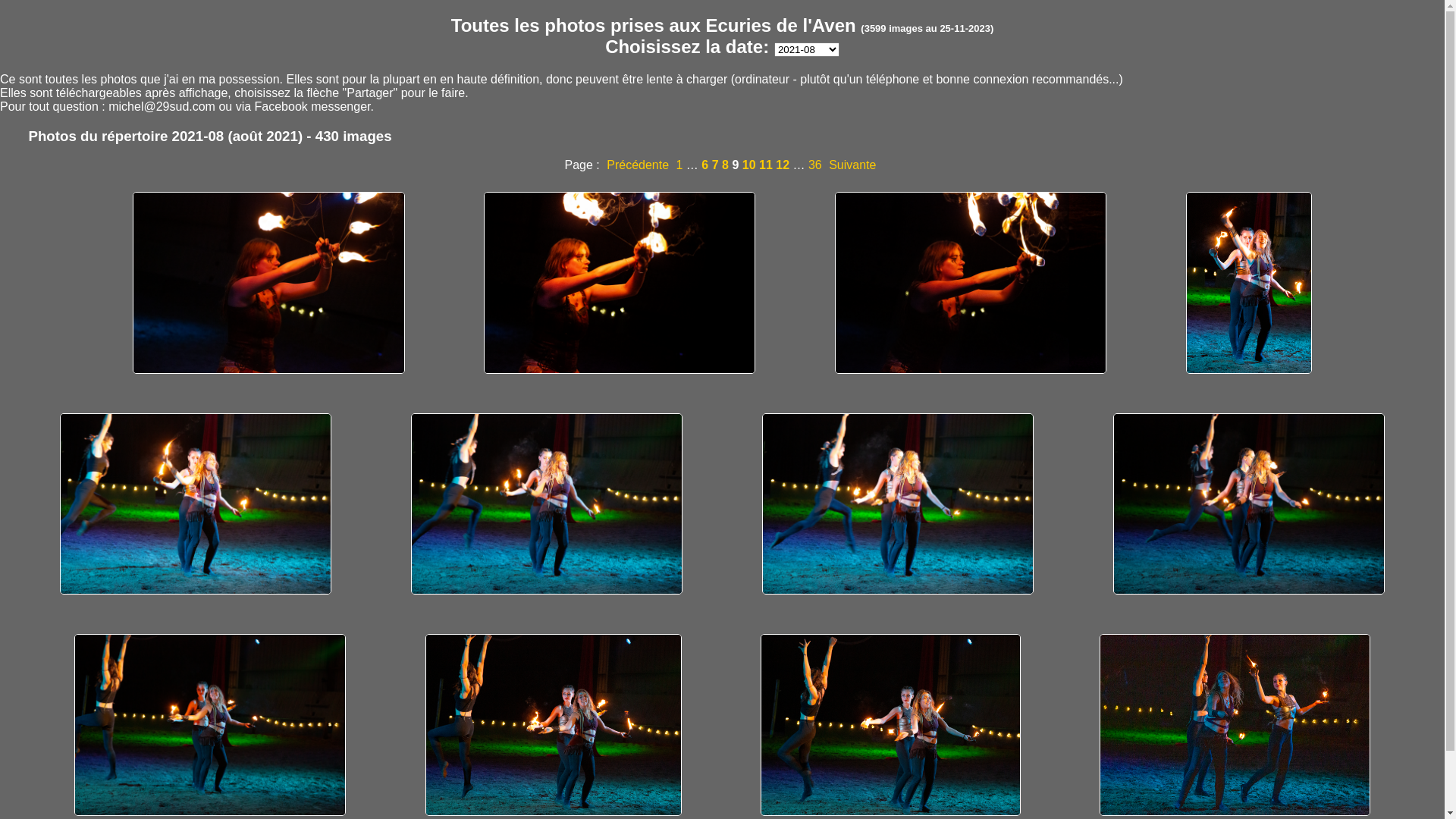 The width and height of the screenshot is (1456, 819). Describe the element at coordinates (679, 165) in the screenshot. I see `'1'` at that location.